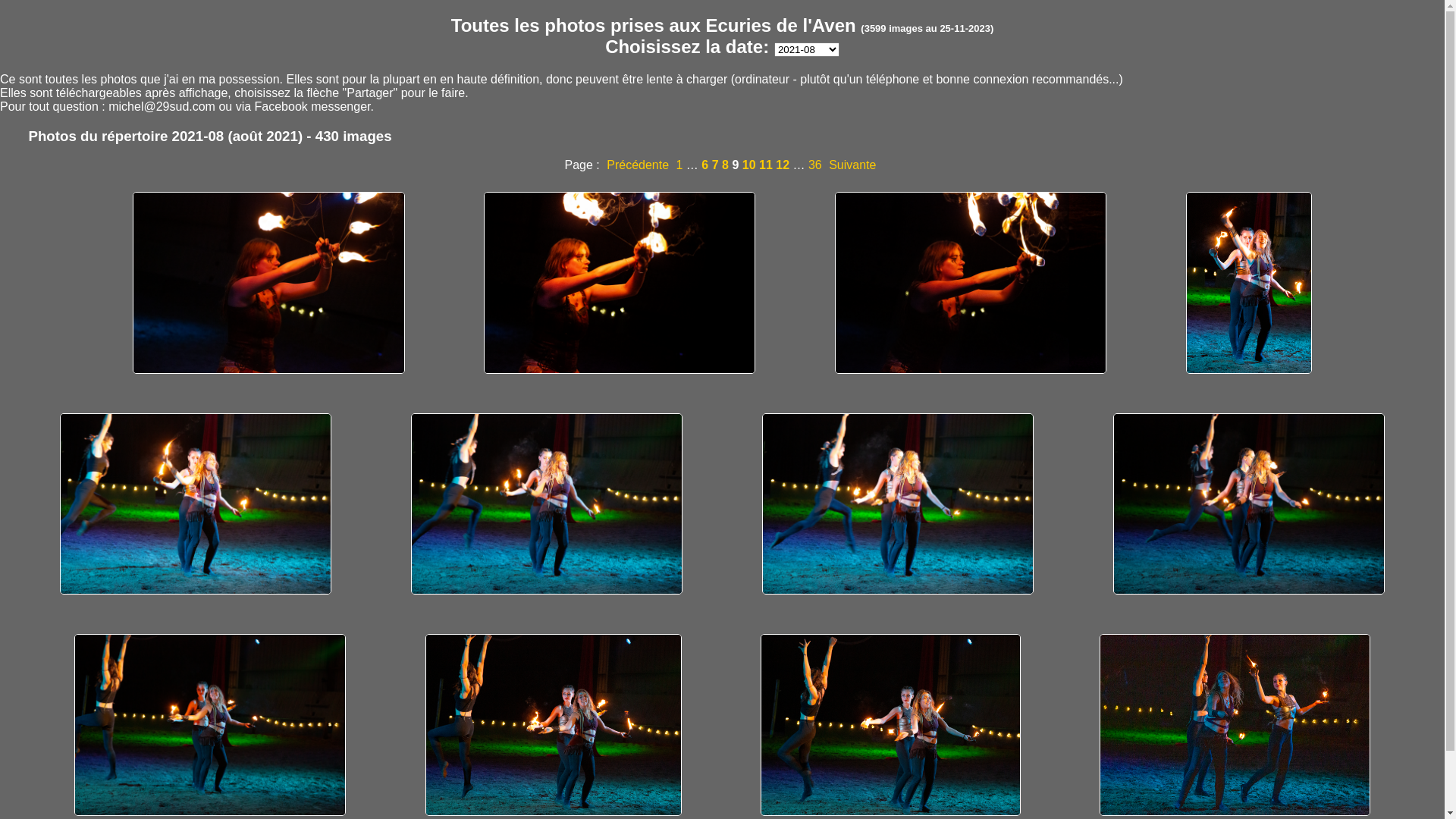 The width and height of the screenshot is (1456, 819). Describe the element at coordinates (679, 165) in the screenshot. I see `'1'` at that location.